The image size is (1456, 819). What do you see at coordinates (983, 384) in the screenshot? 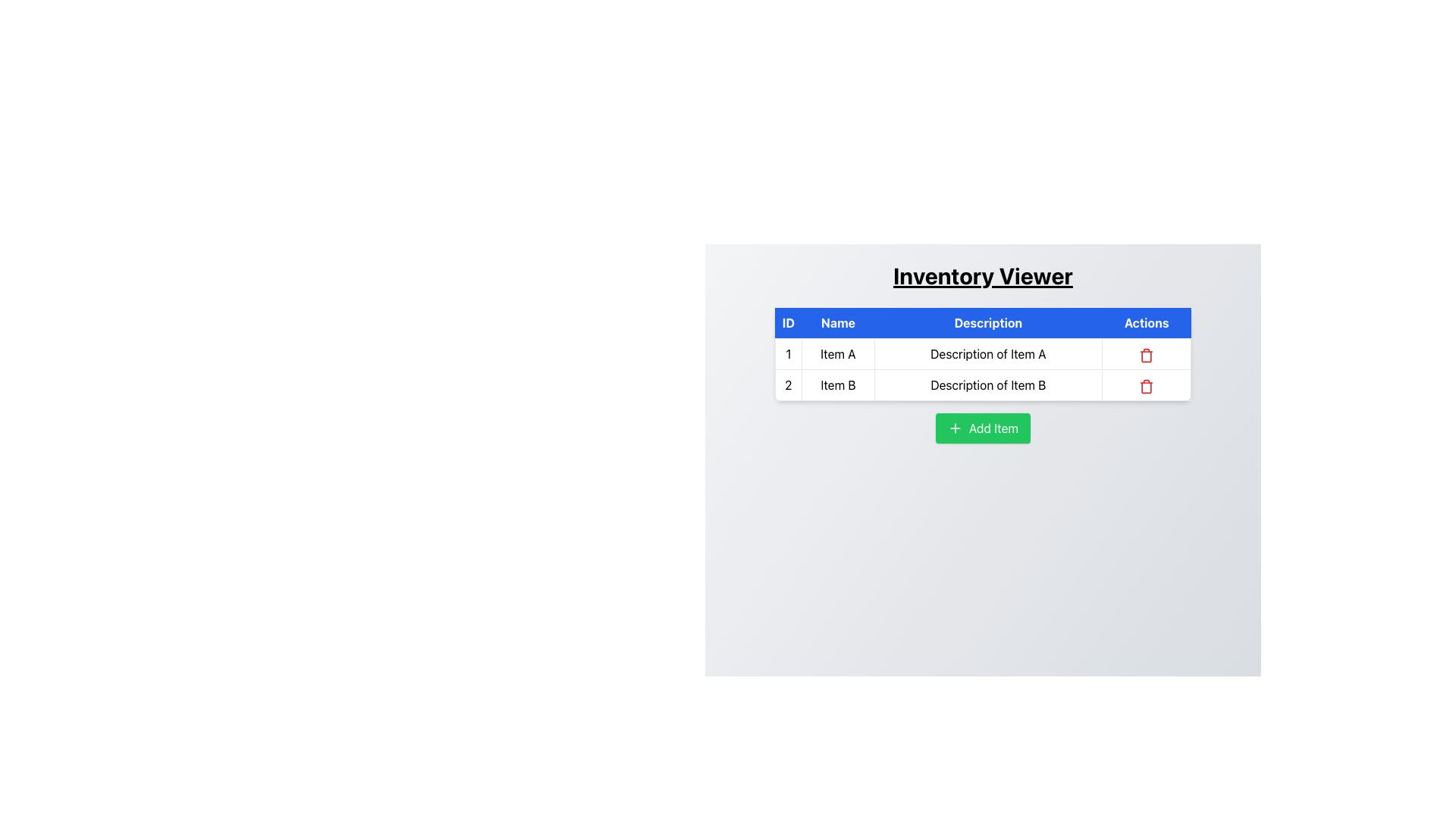
I see `the second row of the table that displays item details for potential actions` at bounding box center [983, 384].